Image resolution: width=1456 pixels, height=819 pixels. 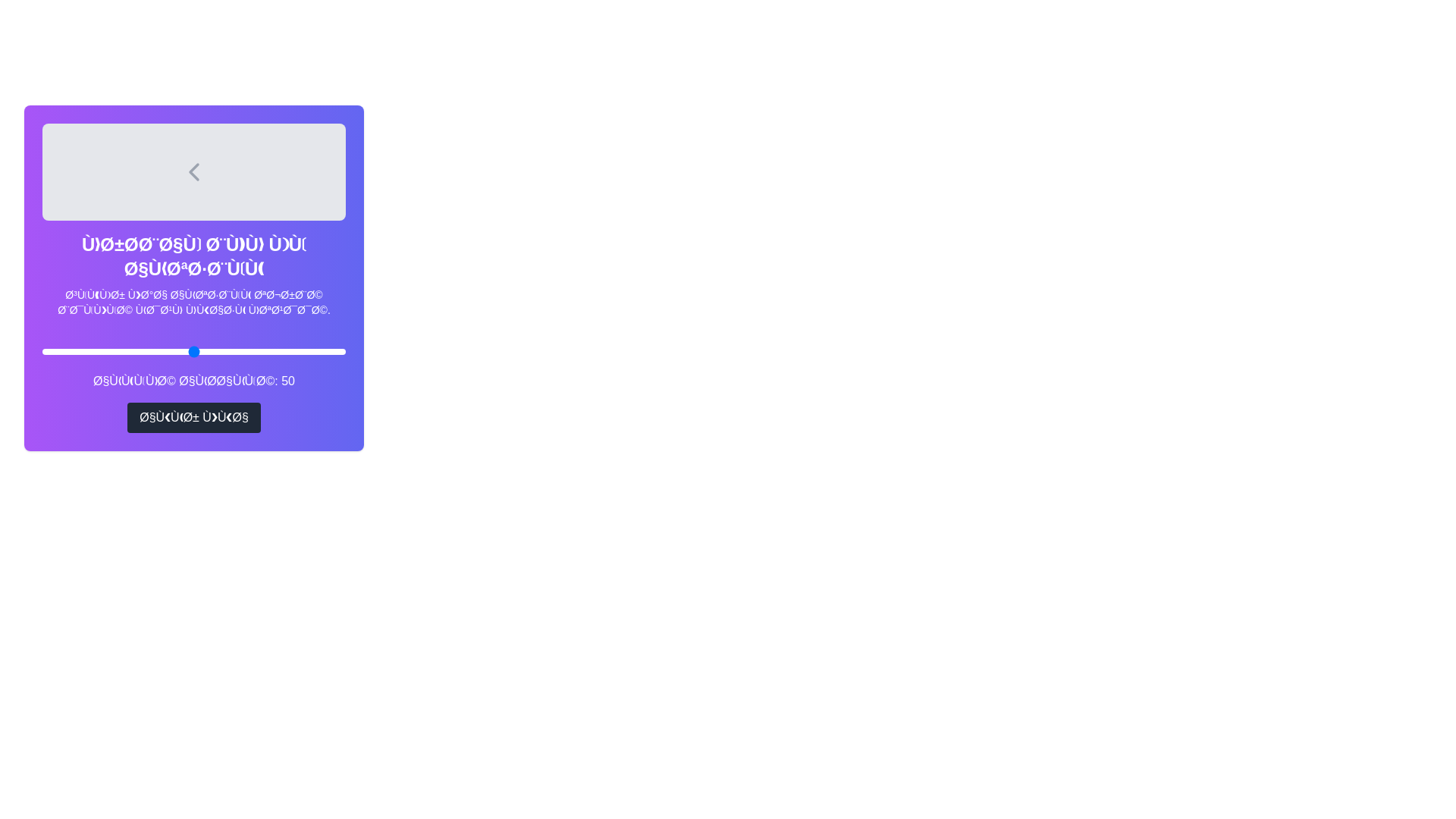 What do you see at coordinates (193, 171) in the screenshot?
I see `the left-pointing chevron arrow button, which is gray and located at the top of a card-like widget` at bounding box center [193, 171].